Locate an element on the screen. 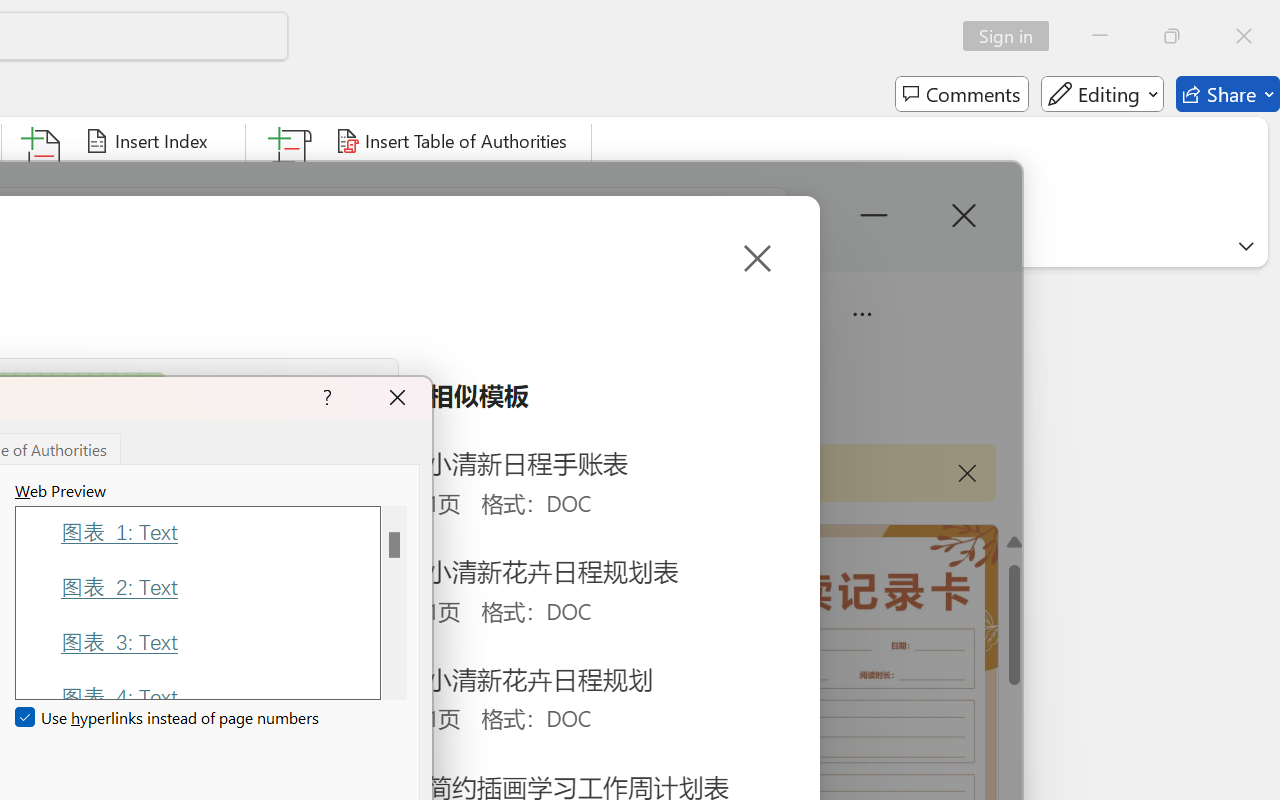 This screenshot has height=800, width=1280. 'Sign in' is located at coordinates (1013, 35).